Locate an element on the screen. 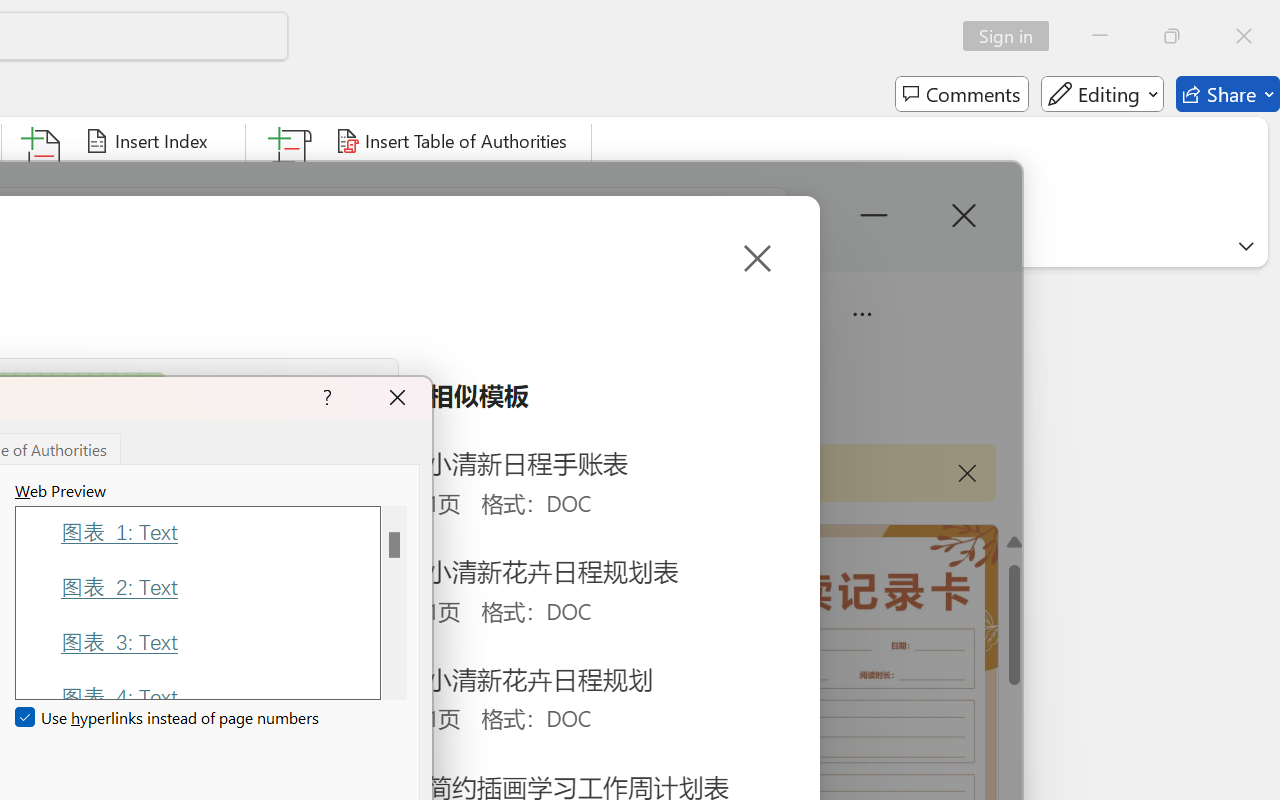 This screenshot has height=800, width=1280. 'Sign in' is located at coordinates (1013, 35).